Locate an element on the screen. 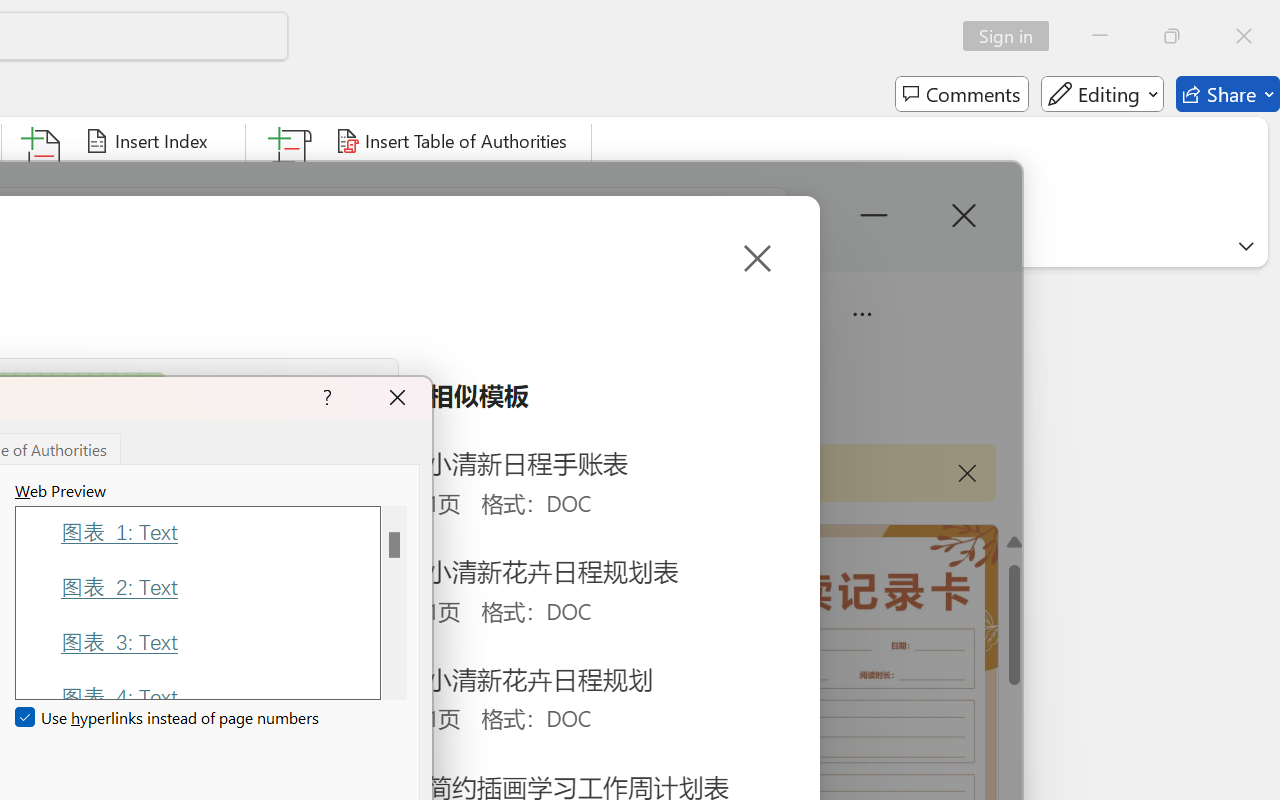 This screenshot has height=800, width=1280. 'Sign in' is located at coordinates (1013, 35).